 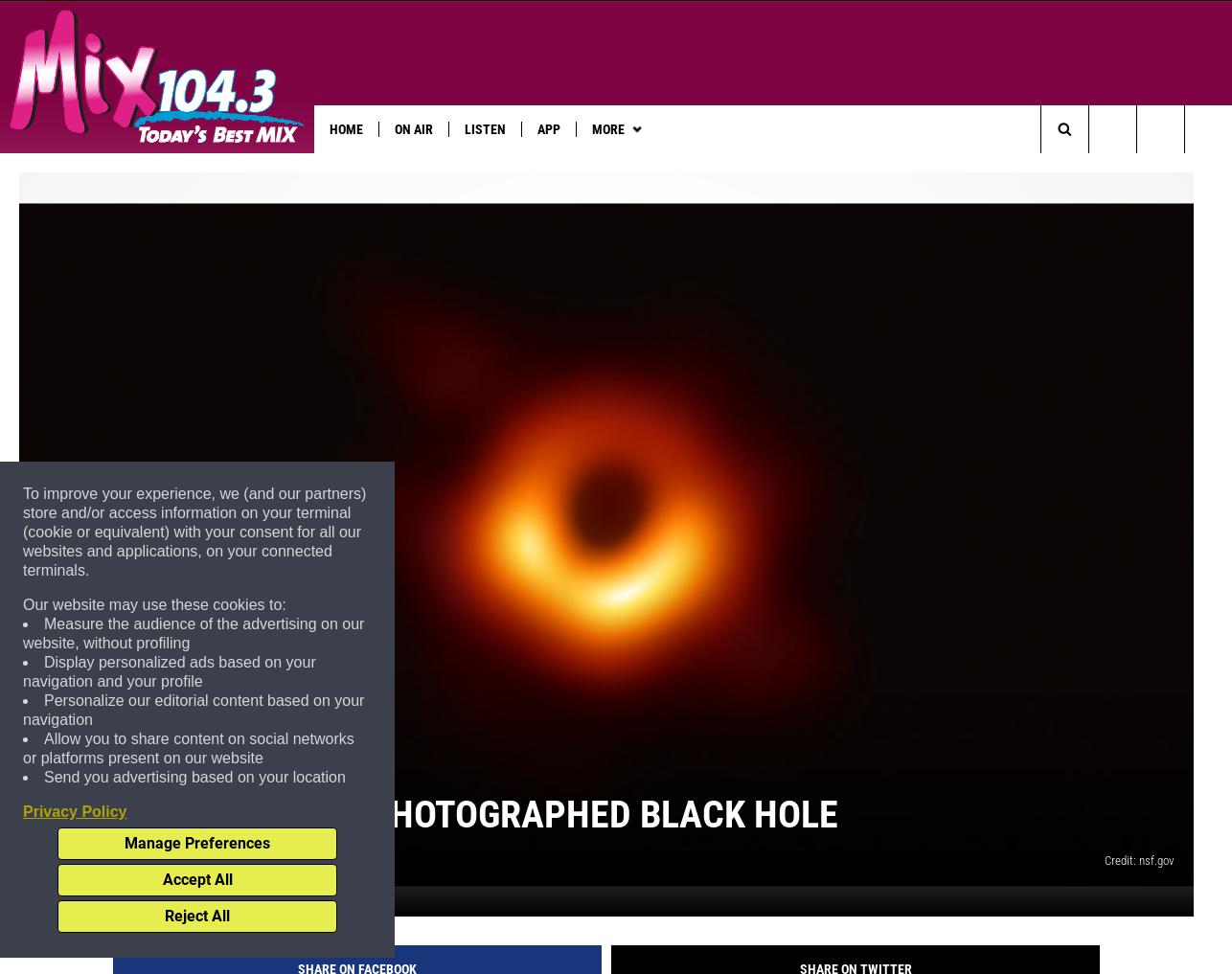 What do you see at coordinates (605, 127) in the screenshot?
I see `'More'` at bounding box center [605, 127].